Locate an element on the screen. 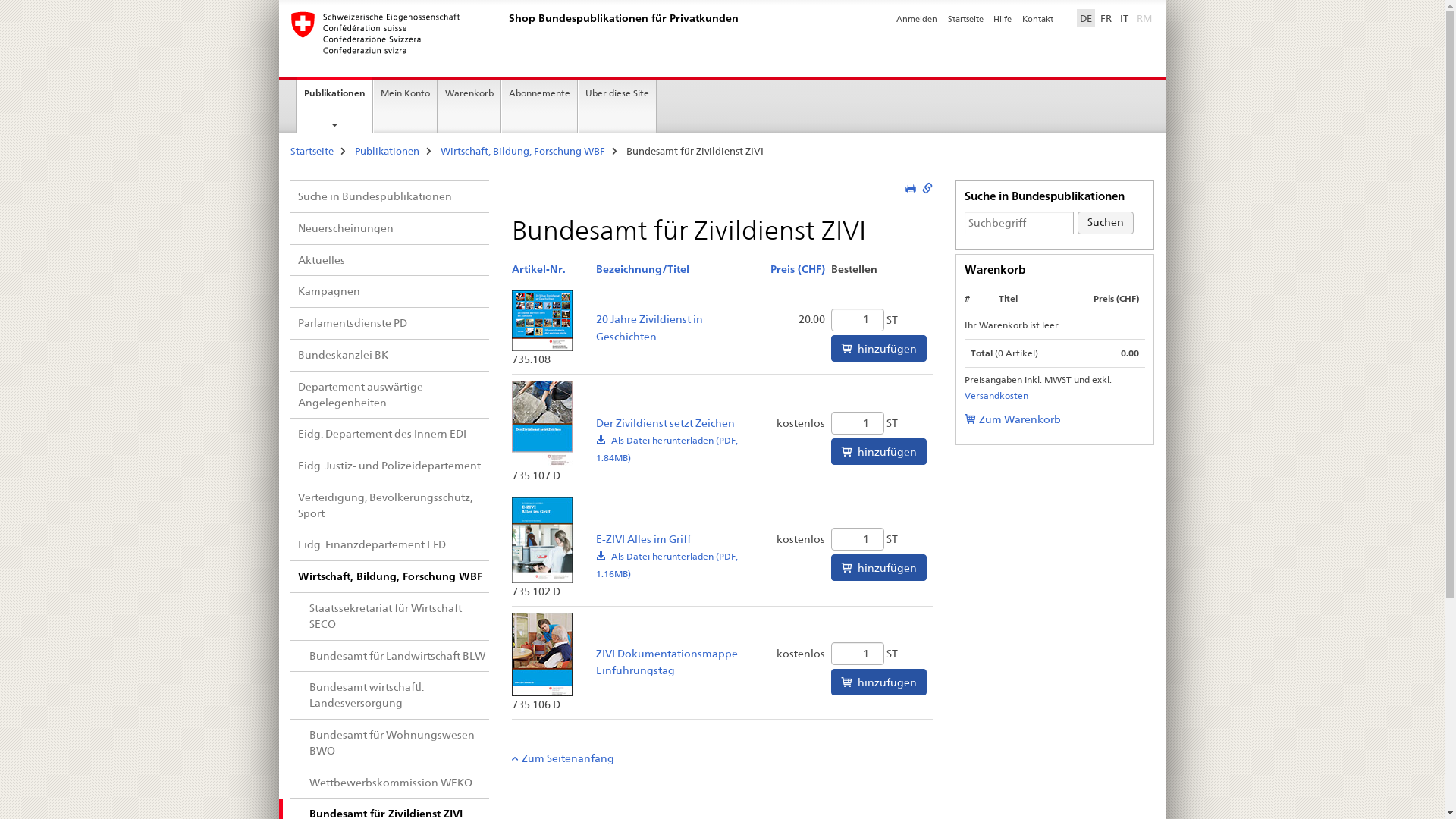 Image resolution: width=1456 pixels, height=819 pixels. 'Zur Druckversion' is located at coordinates (905, 188).